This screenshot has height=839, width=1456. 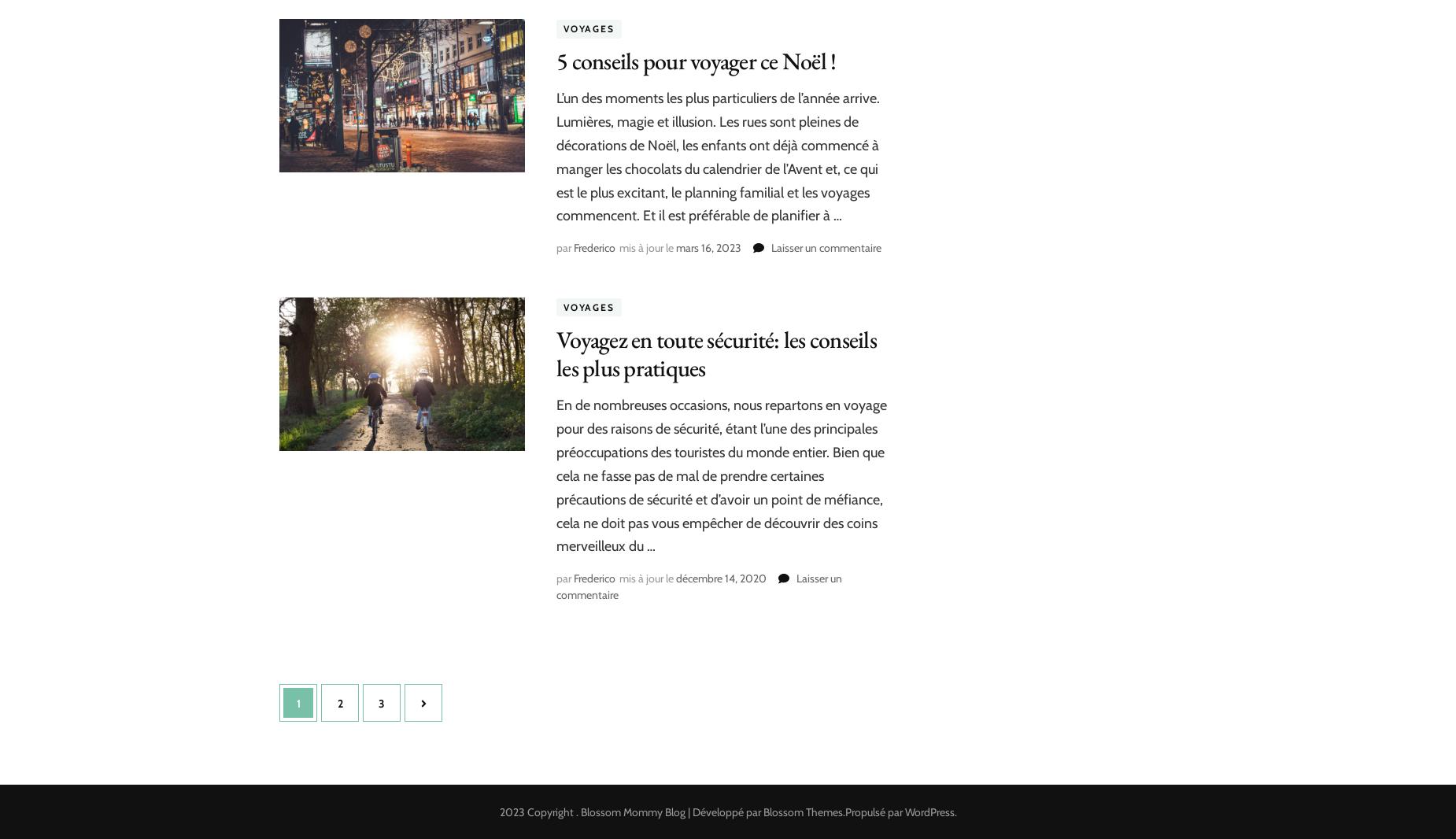 I want to click on '2023 Copyright', so click(x=537, y=811).